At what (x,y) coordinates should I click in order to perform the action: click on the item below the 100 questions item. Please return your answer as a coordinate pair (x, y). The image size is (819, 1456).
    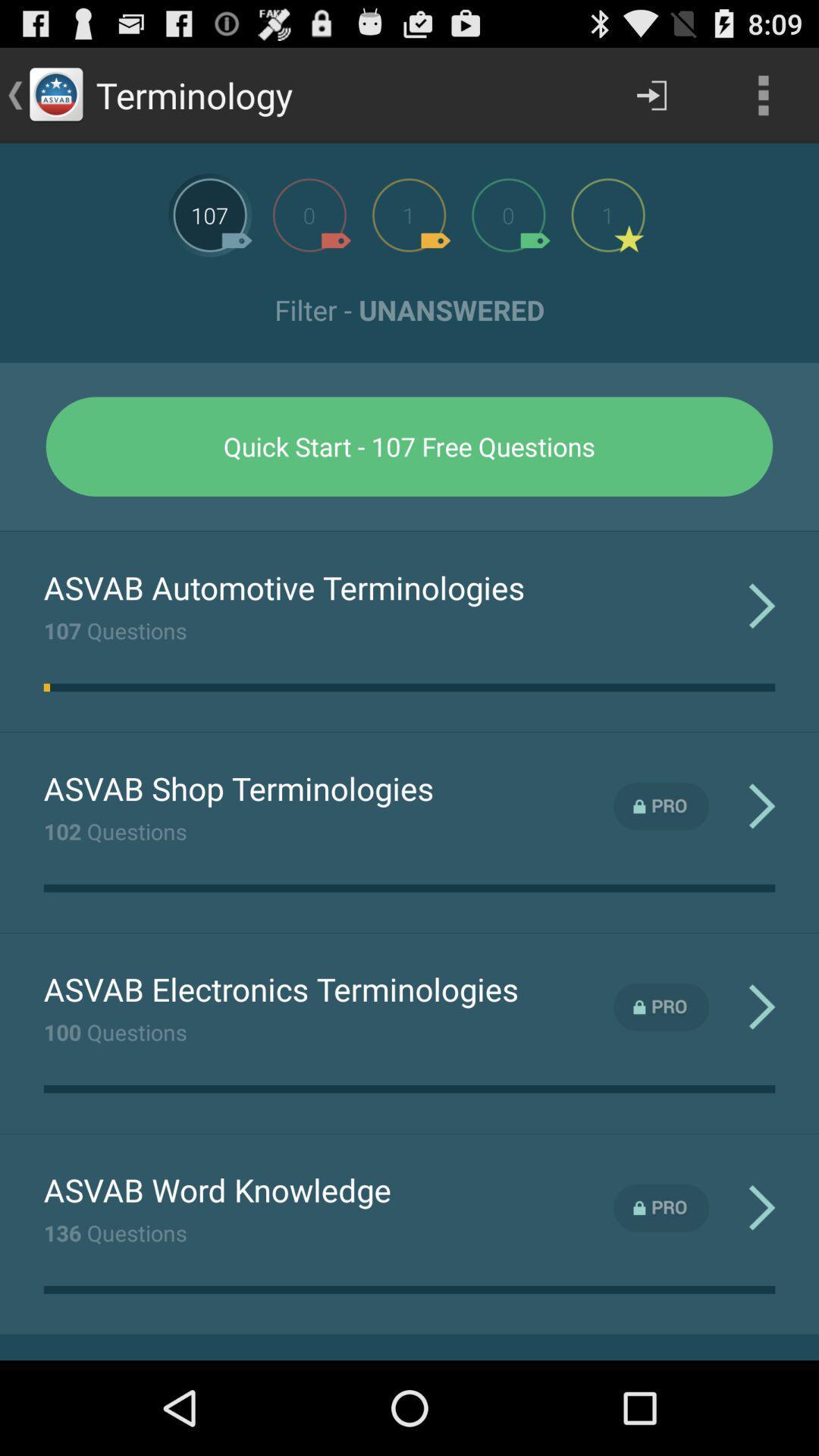
    Looking at the image, I should click on (217, 1189).